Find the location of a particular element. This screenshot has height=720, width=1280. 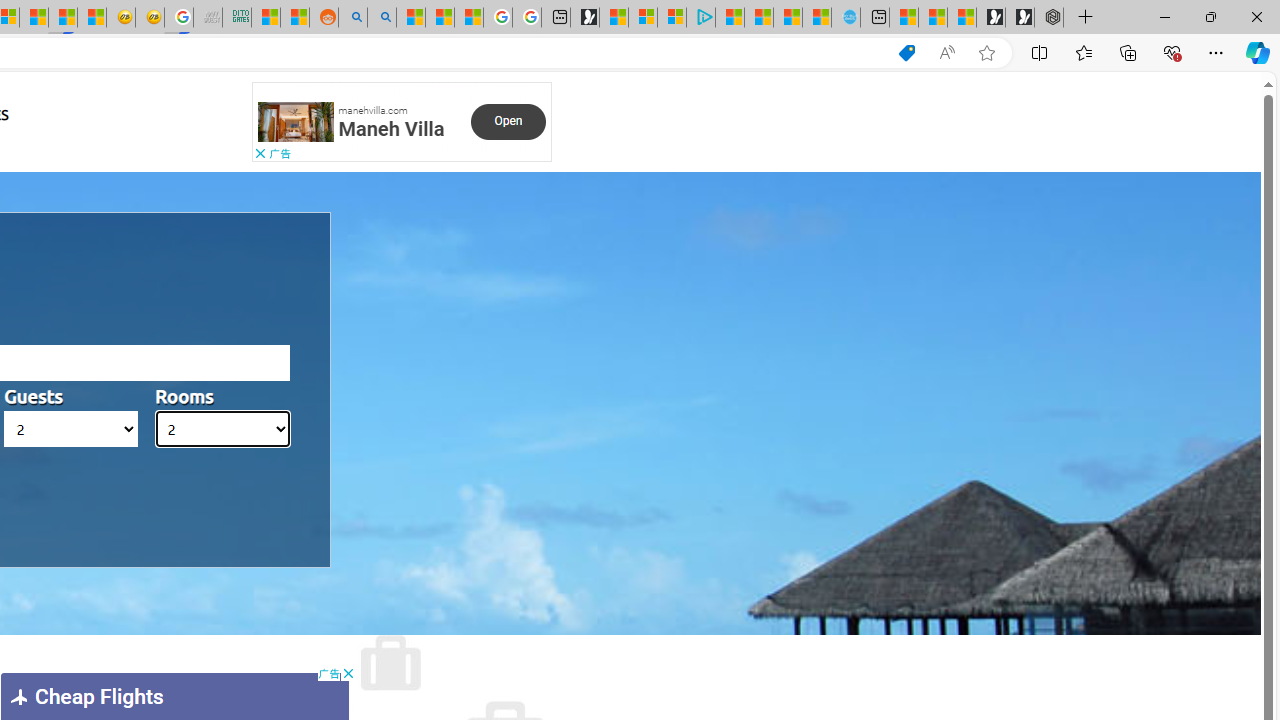

'Utah sues federal government - Search' is located at coordinates (381, 17).